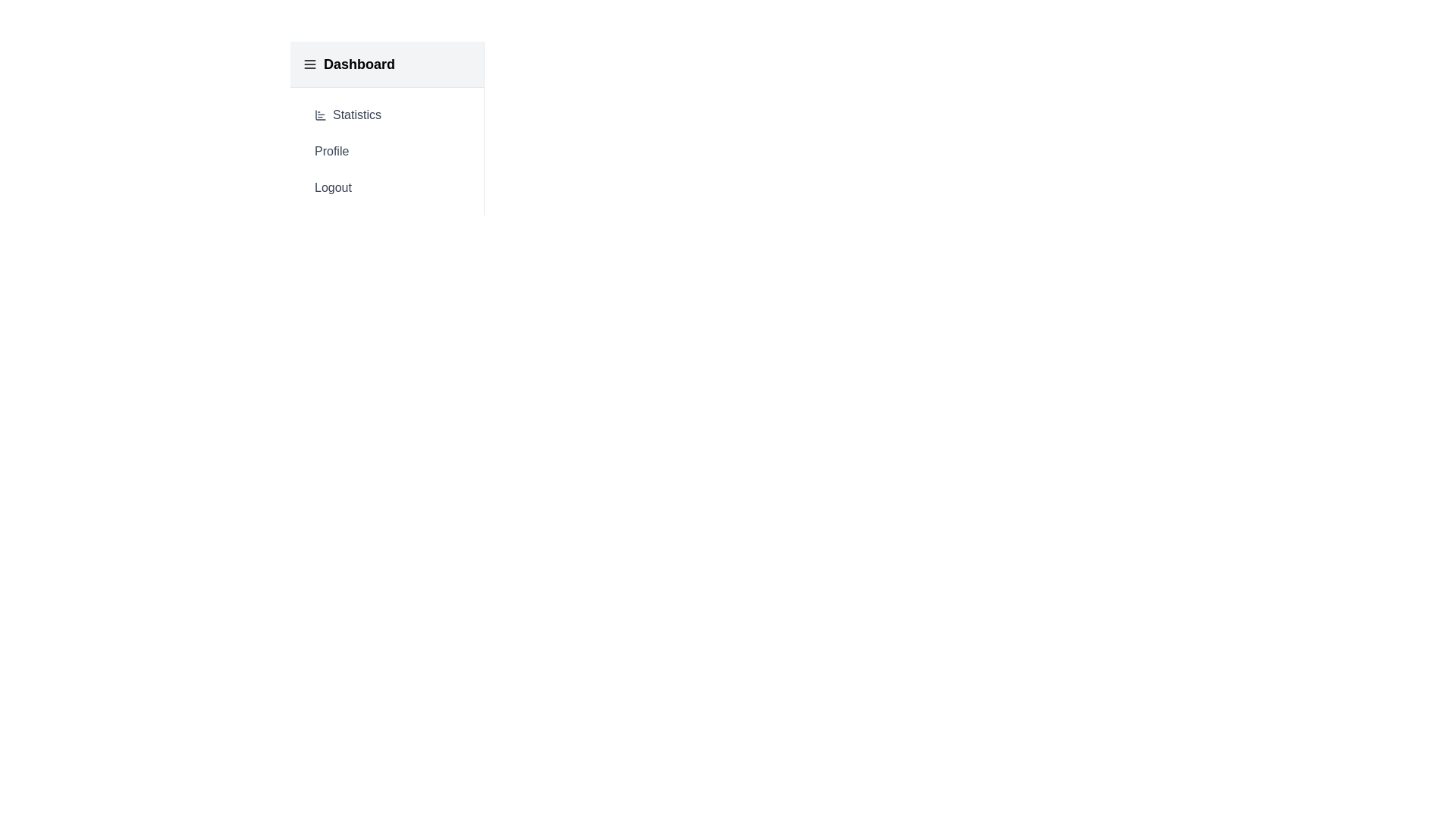  What do you see at coordinates (309, 63) in the screenshot?
I see `the MenuIcon to toggle the menu open/close` at bounding box center [309, 63].